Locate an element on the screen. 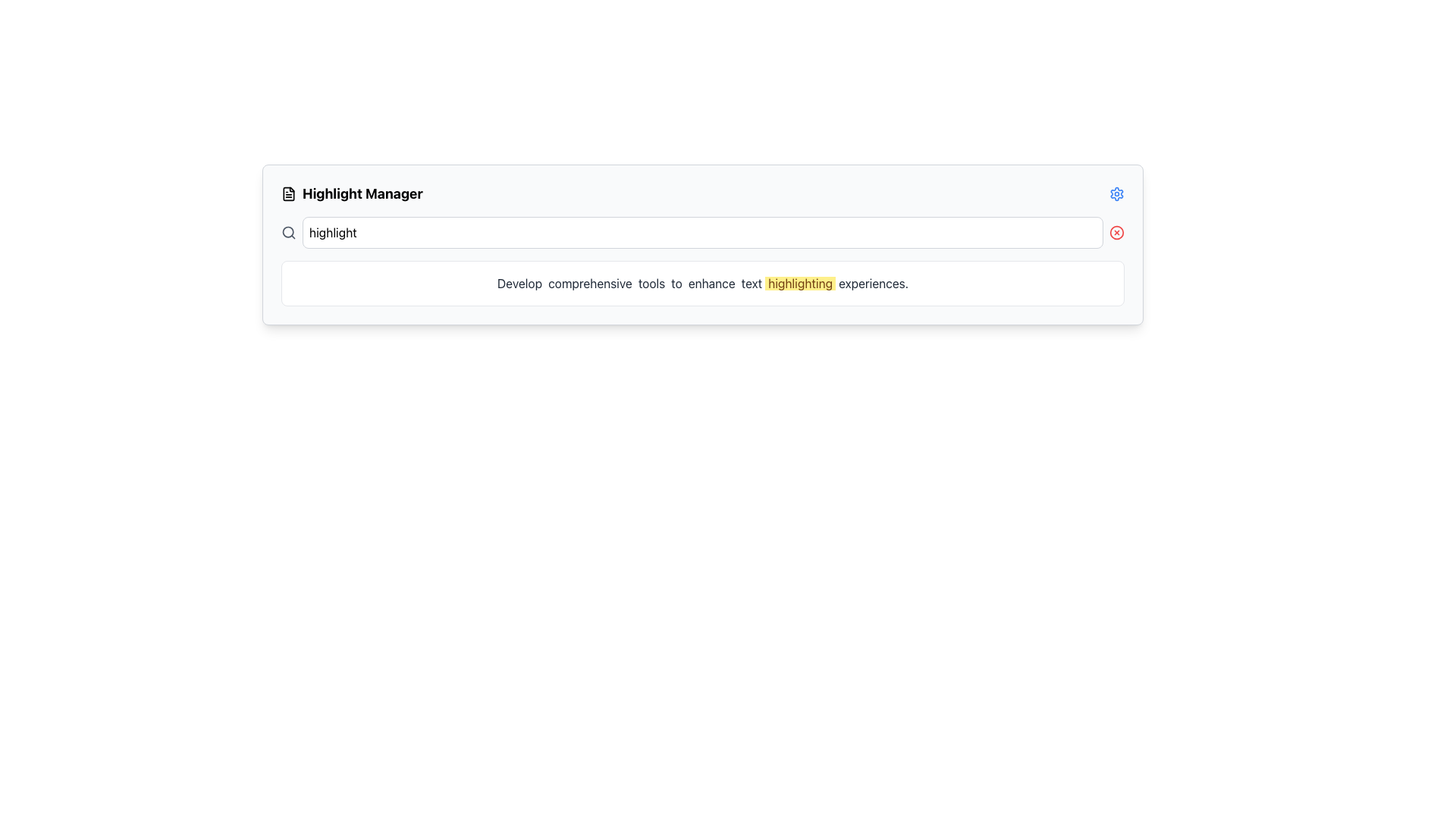 The width and height of the screenshot is (1456, 819). the 'Highlight Manager' icon located in the header area, positioned to the left of the text label 'Highlight Manager' is located at coordinates (288, 193).